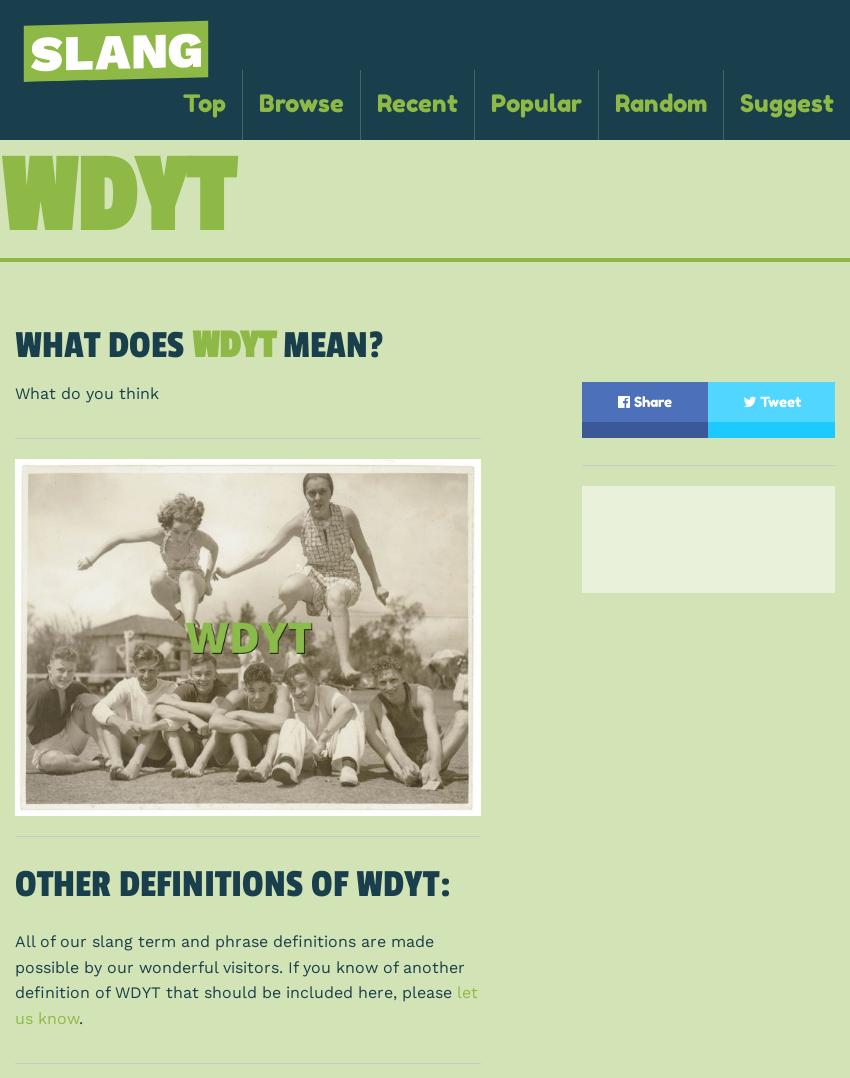  I want to click on 'Browse', so click(301, 102).